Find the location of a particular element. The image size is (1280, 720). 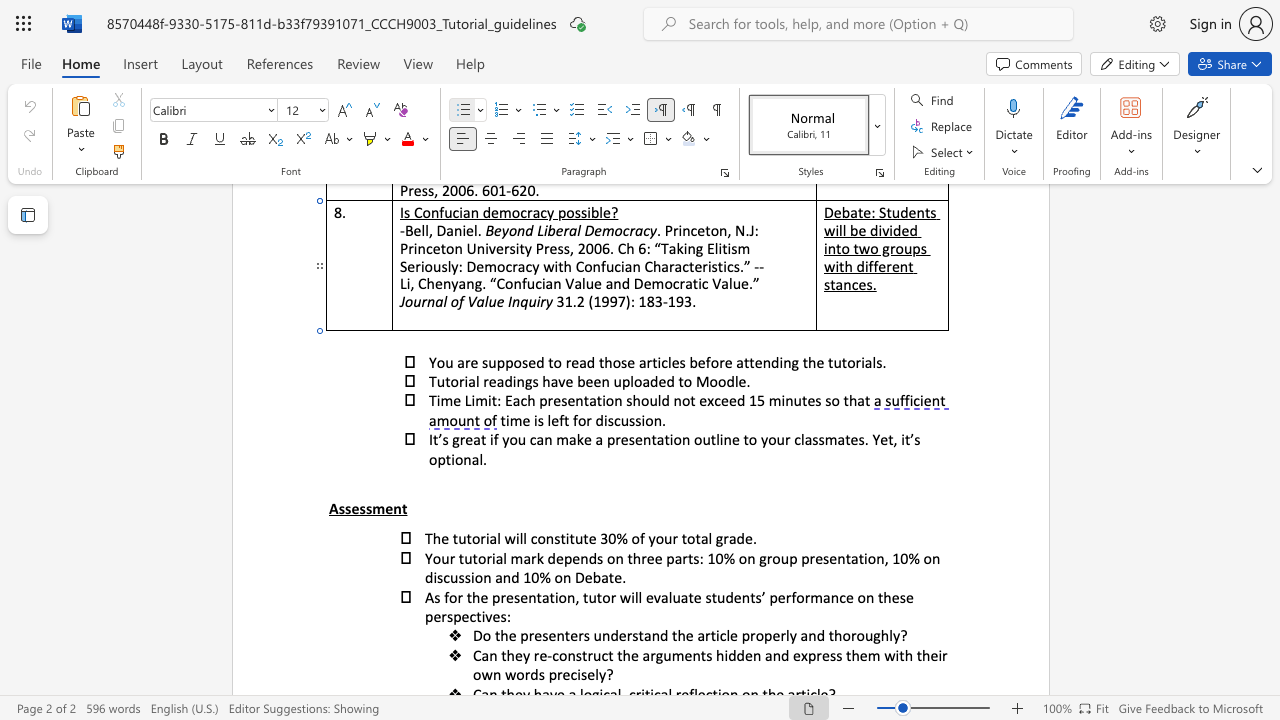

the 4th character "o" in the text is located at coordinates (741, 558).